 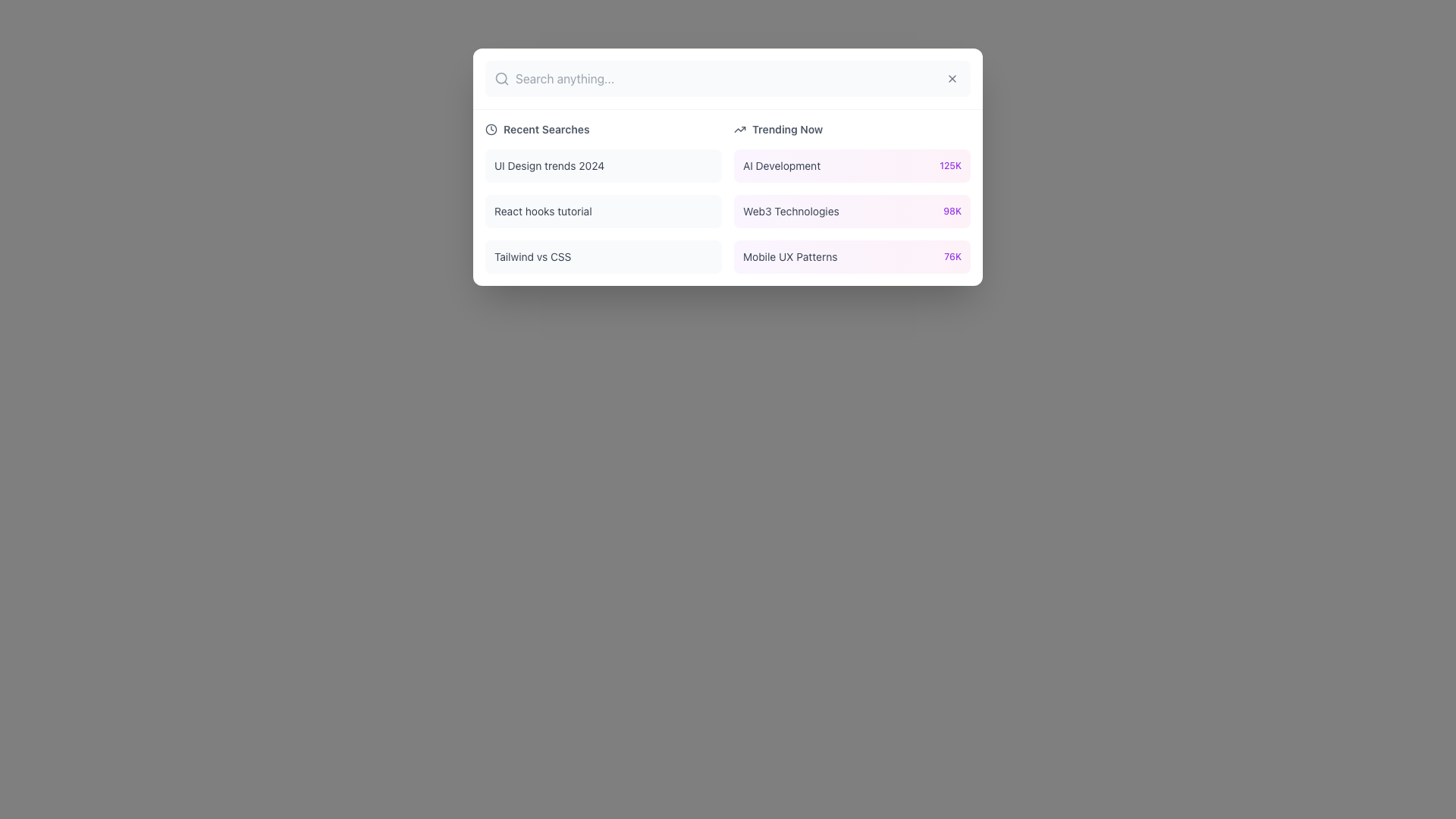 I want to click on keyboard navigation, so click(x=603, y=166).